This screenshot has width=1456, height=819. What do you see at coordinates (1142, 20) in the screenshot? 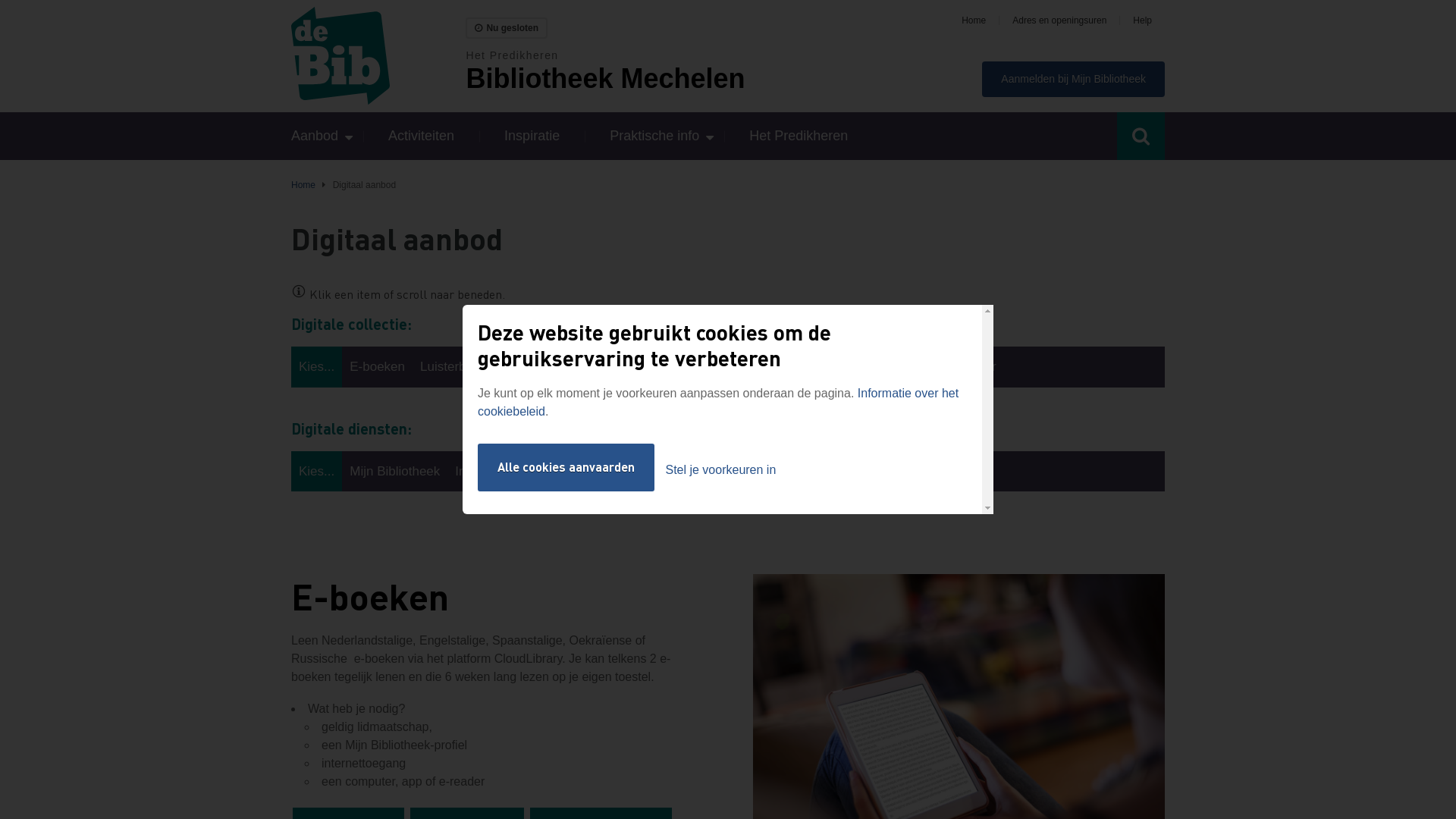
I see `'Help'` at bounding box center [1142, 20].